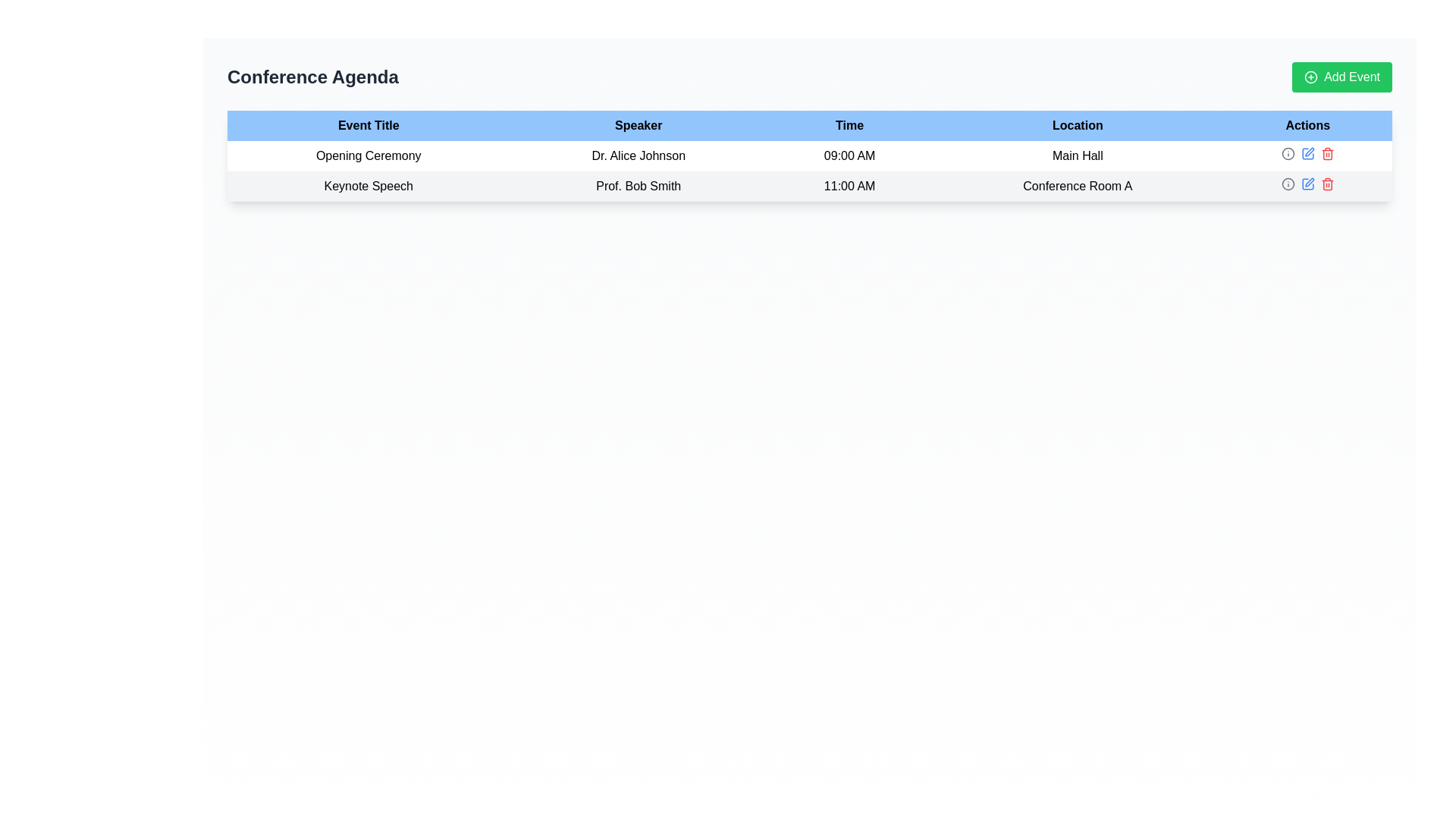 This screenshot has height=819, width=1456. I want to click on text display element that shows 'Opening Ceremony', located in the first column of the agenda table under 'Event Title', so click(369, 155).